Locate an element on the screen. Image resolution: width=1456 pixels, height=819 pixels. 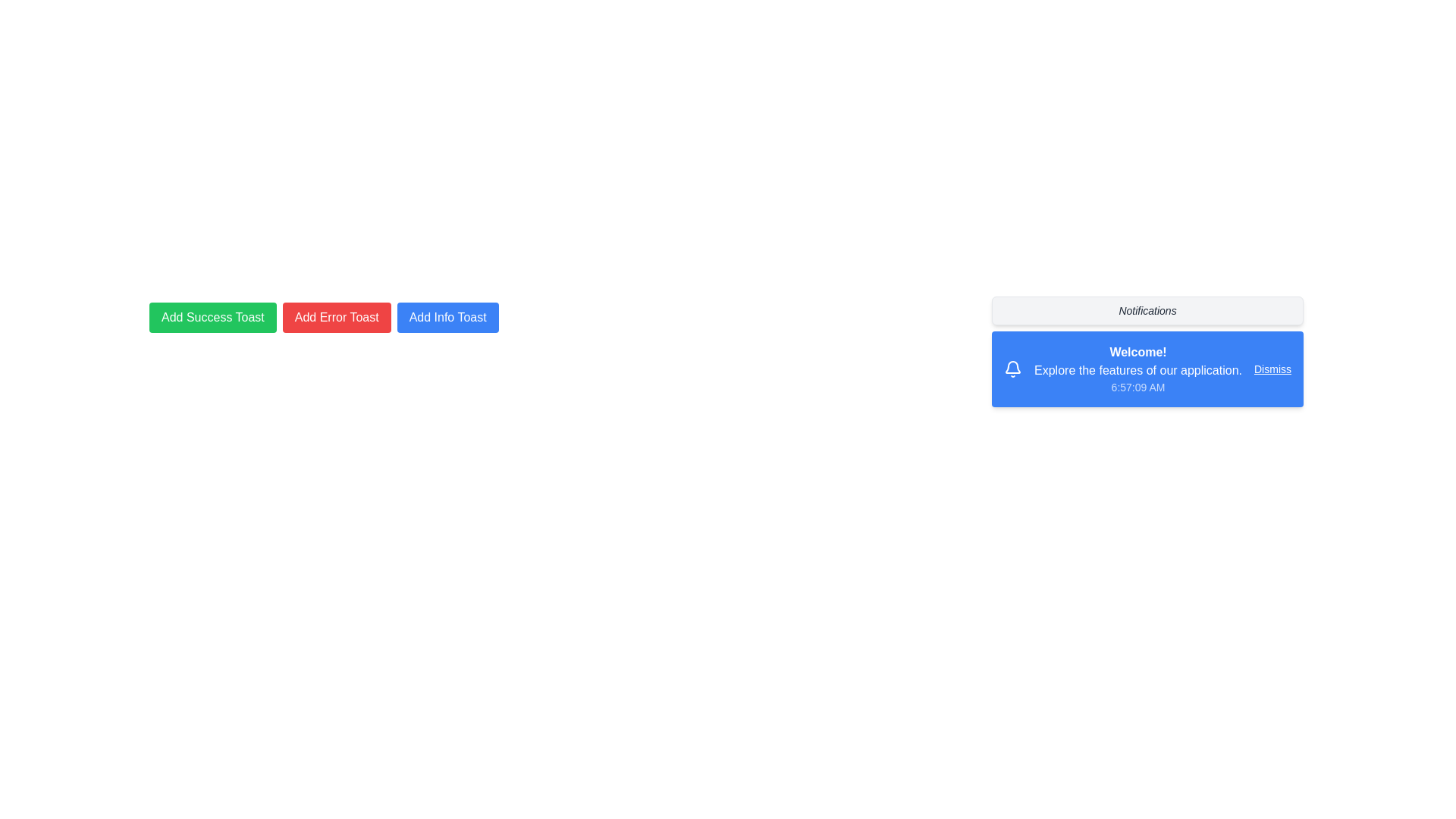
the second button in a horizontal row of three buttons, which is intended is located at coordinates (336, 317).